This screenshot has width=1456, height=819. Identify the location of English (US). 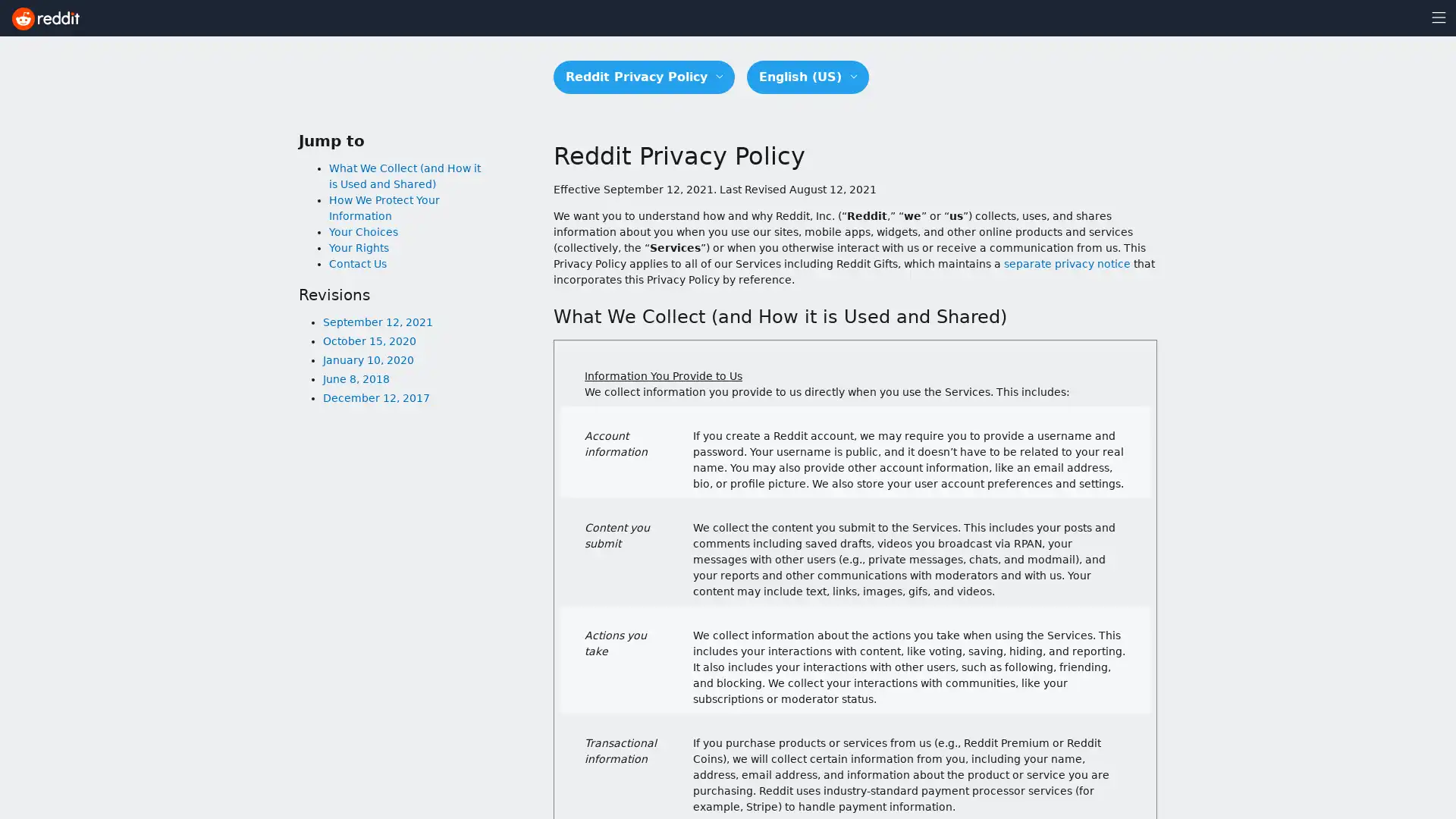
(807, 77).